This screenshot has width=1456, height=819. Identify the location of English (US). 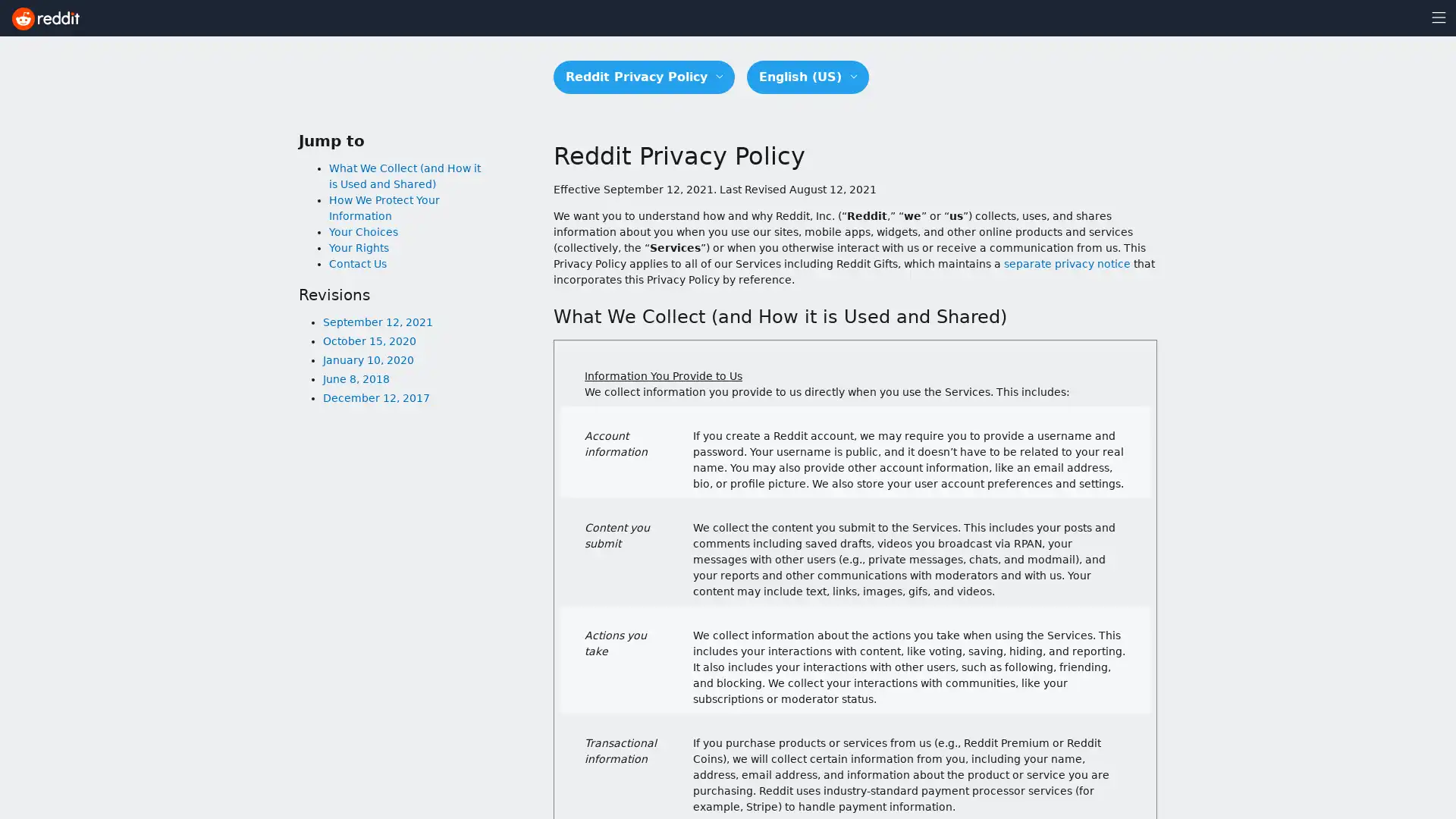
(807, 77).